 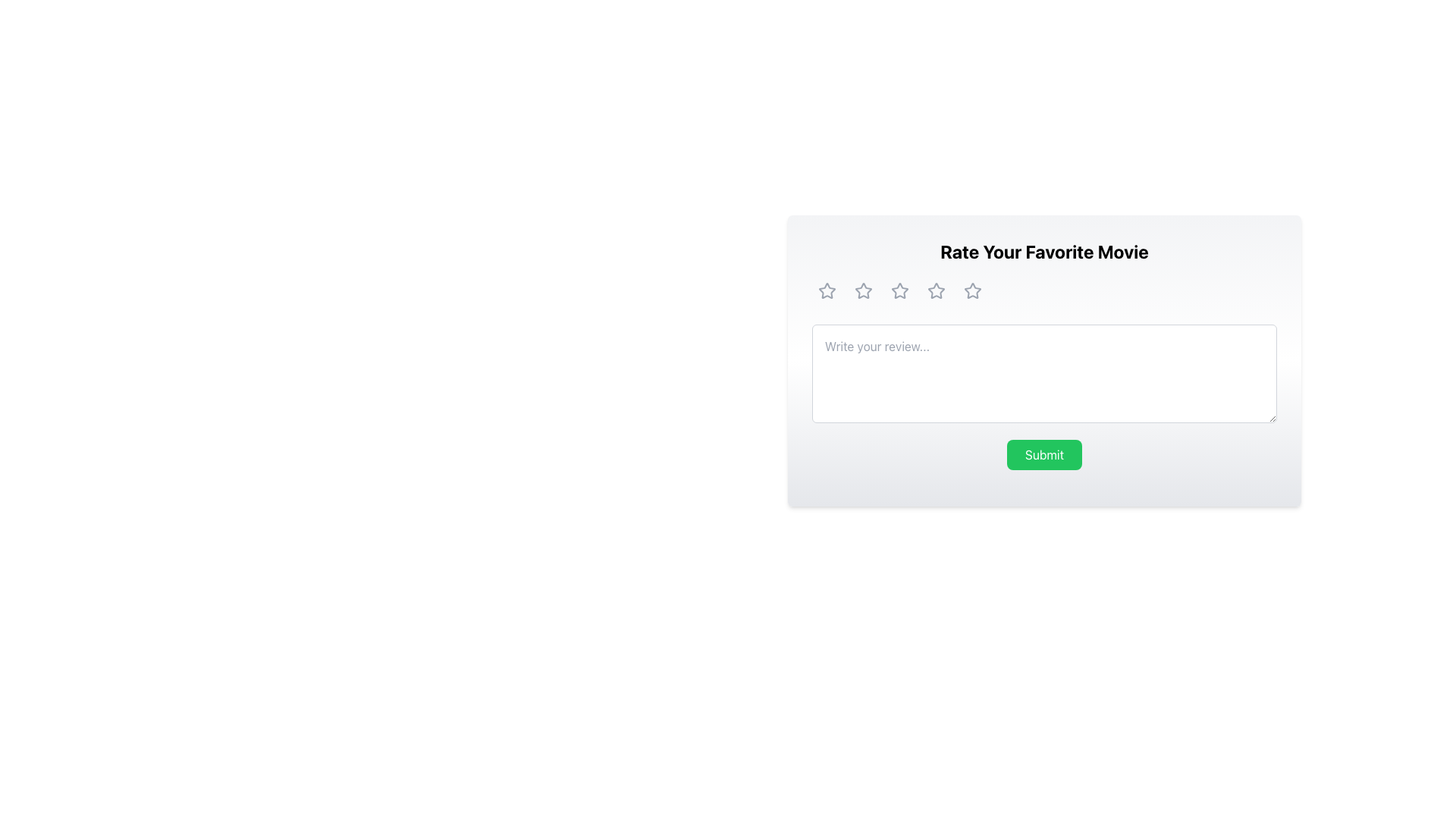 I want to click on the third star icon in the rating system, so click(x=934, y=290).